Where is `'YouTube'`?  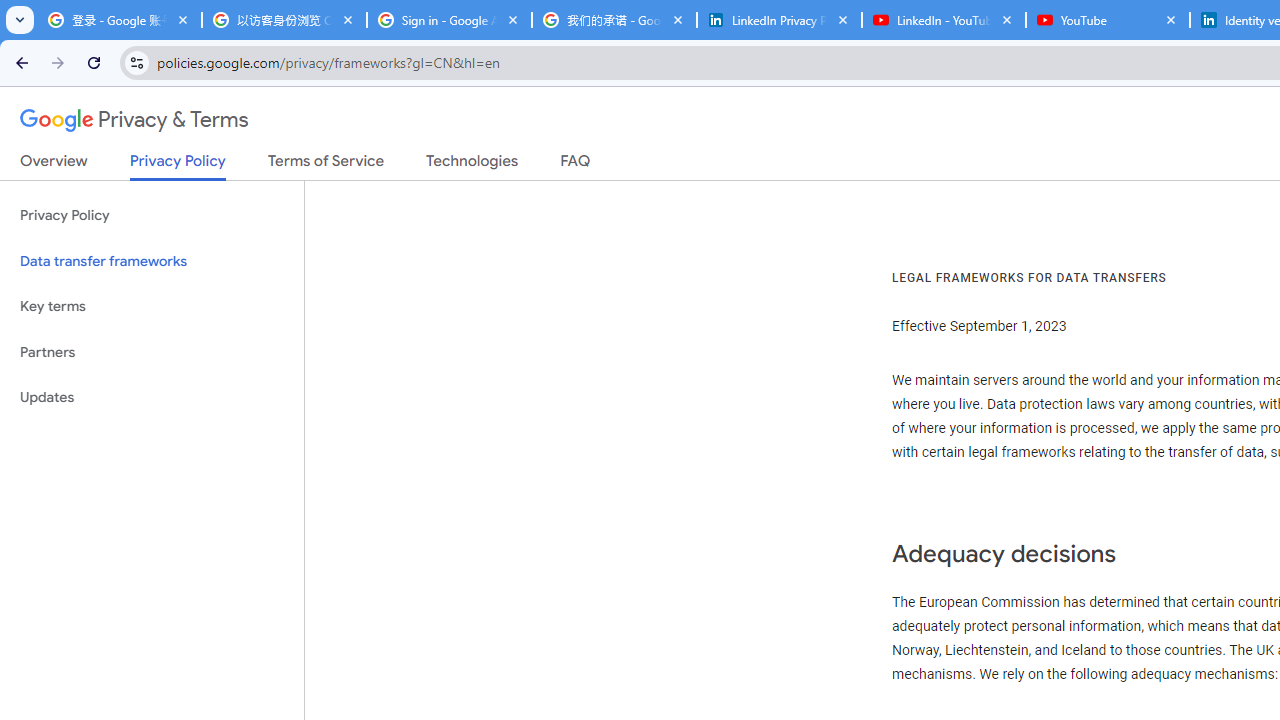
'YouTube' is located at coordinates (1107, 20).